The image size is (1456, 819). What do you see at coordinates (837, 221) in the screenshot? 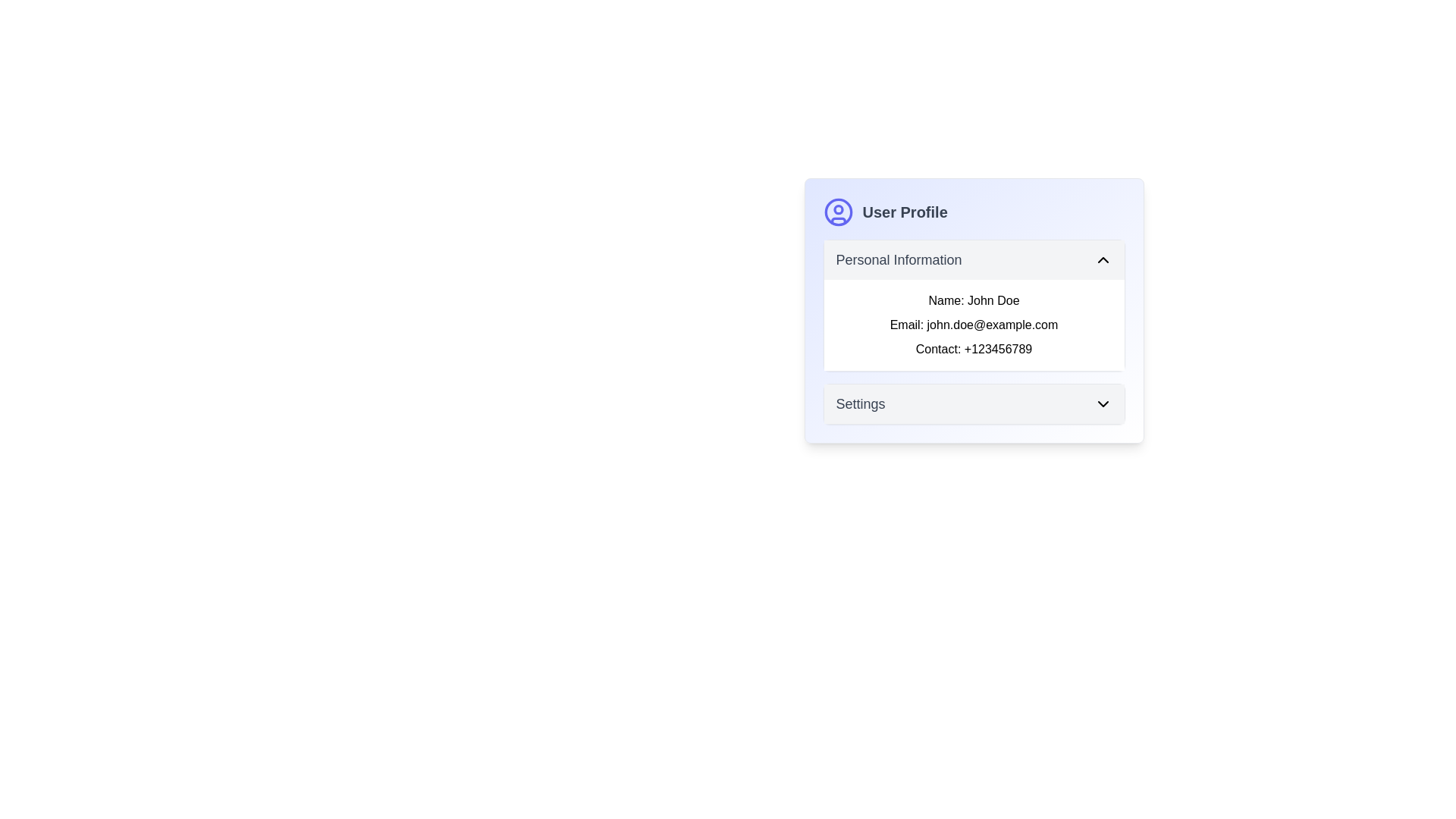
I see `the neckline or base design of the user profile icon located at the top-left corner of the 'User Profile' card` at bounding box center [837, 221].